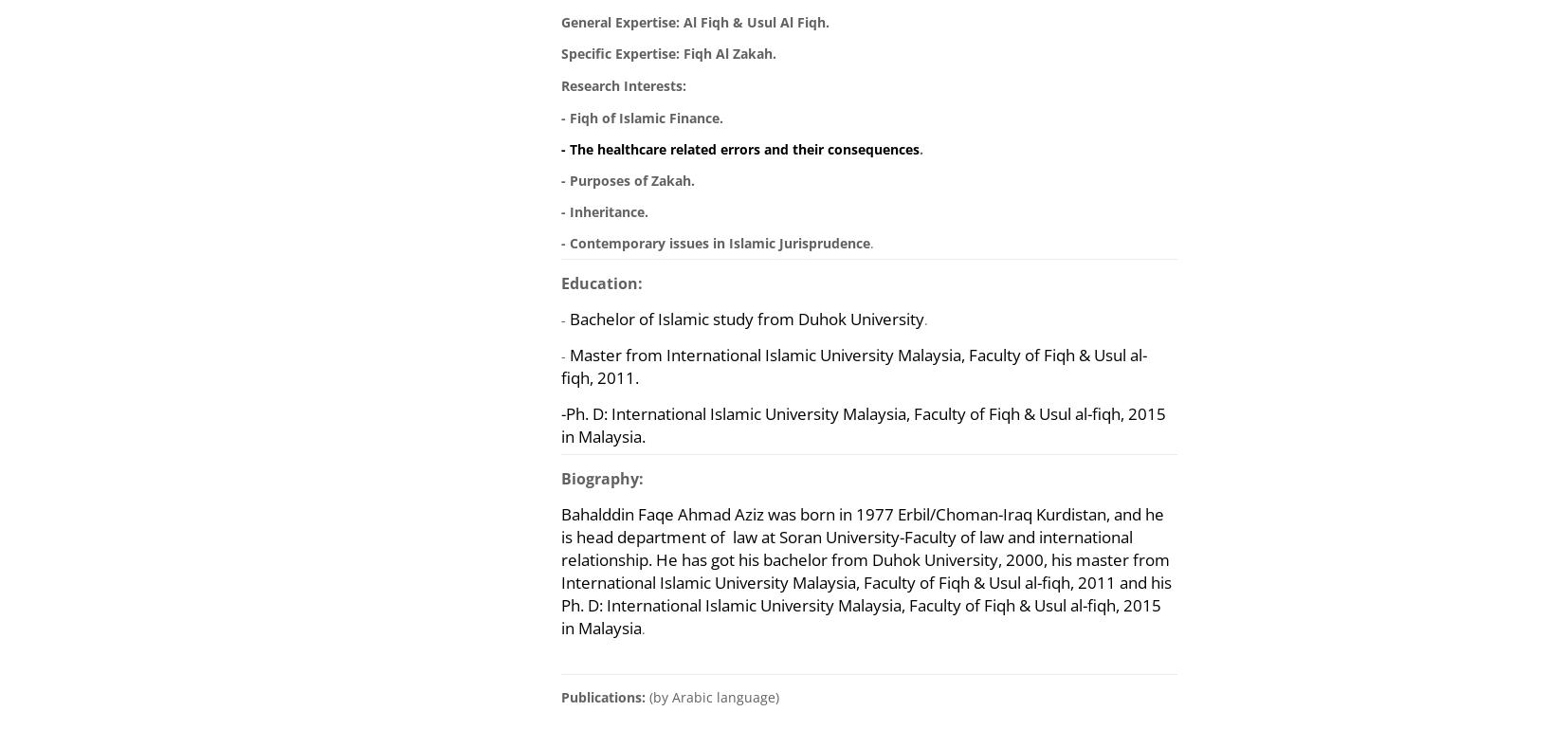 The height and width of the screenshot is (748, 1568). What do you see at coordinates (560, 85) in the screenshot?
I see `'Research
Interests:'` at bounding box center [560, 85].